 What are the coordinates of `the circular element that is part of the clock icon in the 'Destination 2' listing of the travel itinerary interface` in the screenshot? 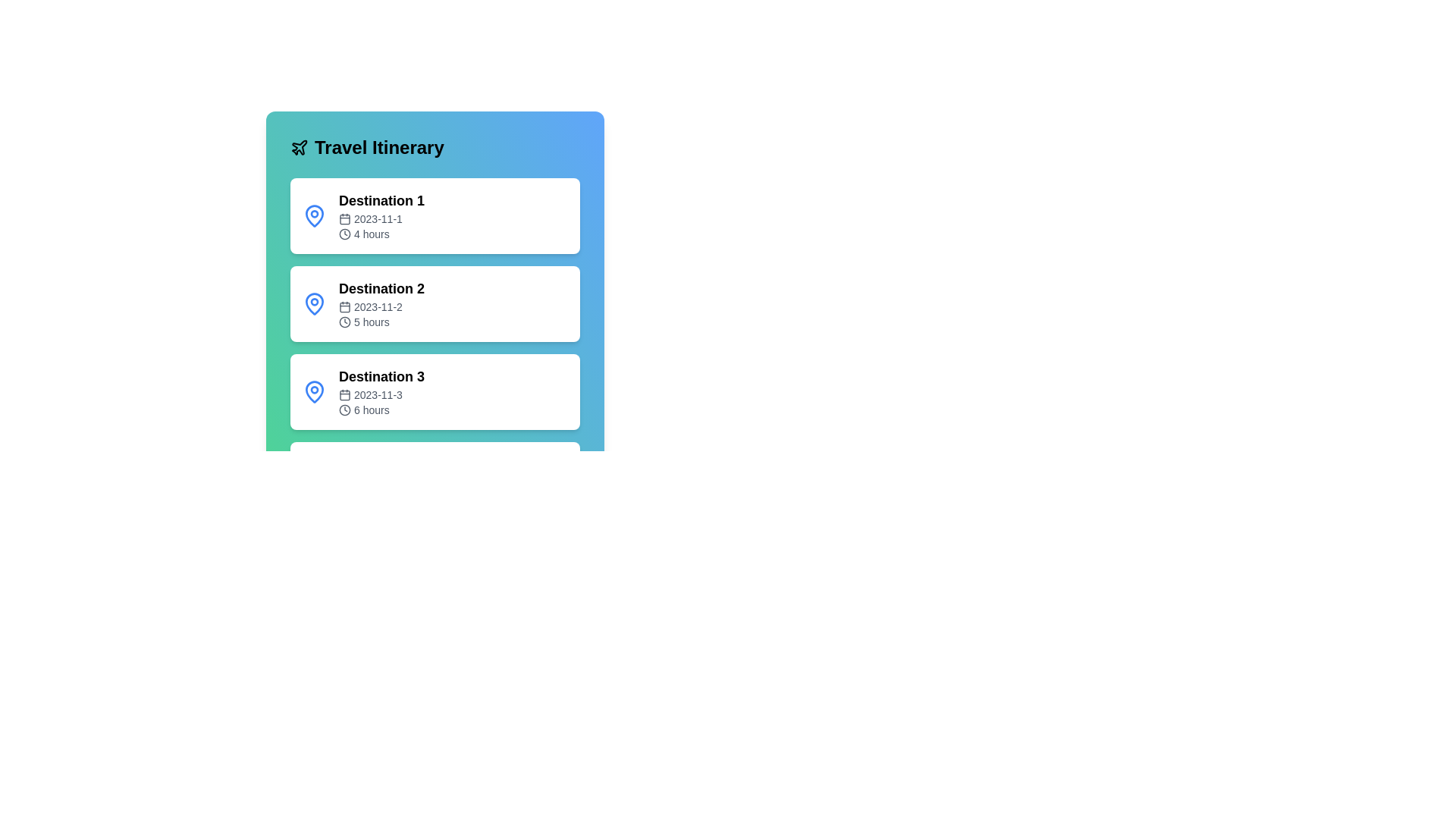 It's located at (344, 321).